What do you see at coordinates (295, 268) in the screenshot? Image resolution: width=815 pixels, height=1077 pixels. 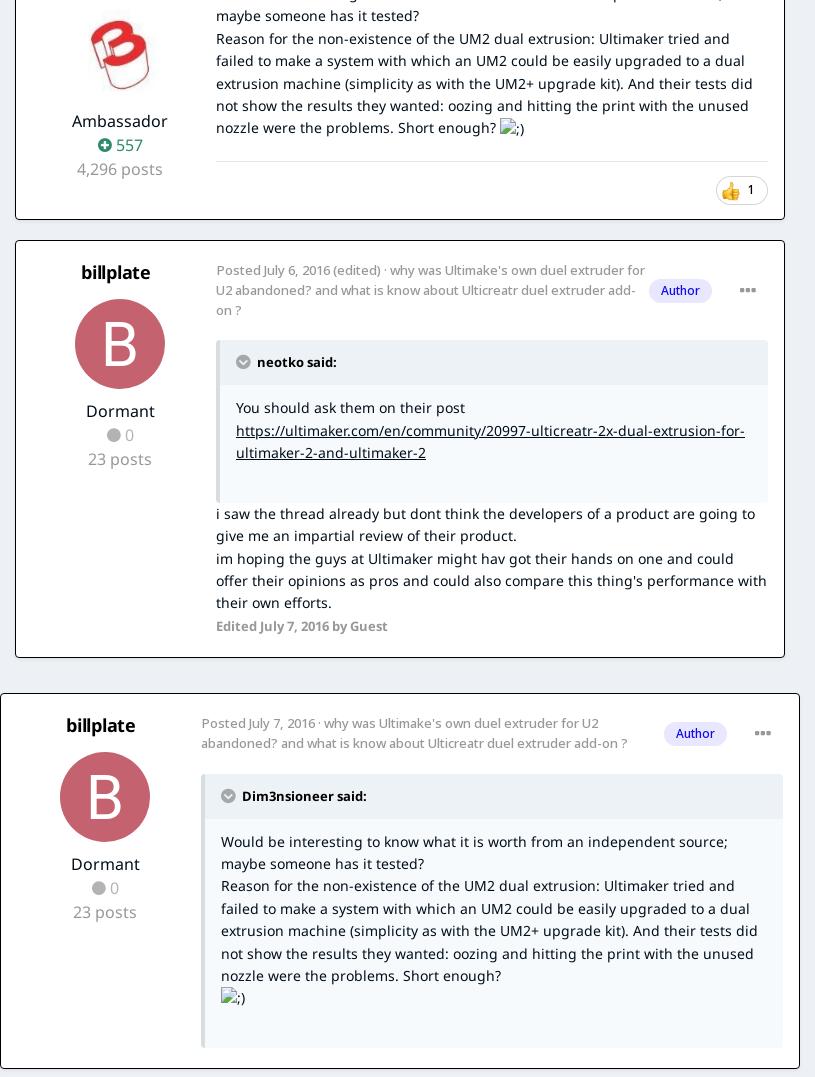 I see `'July 6, 2016'` at bounding box center [295, 268].